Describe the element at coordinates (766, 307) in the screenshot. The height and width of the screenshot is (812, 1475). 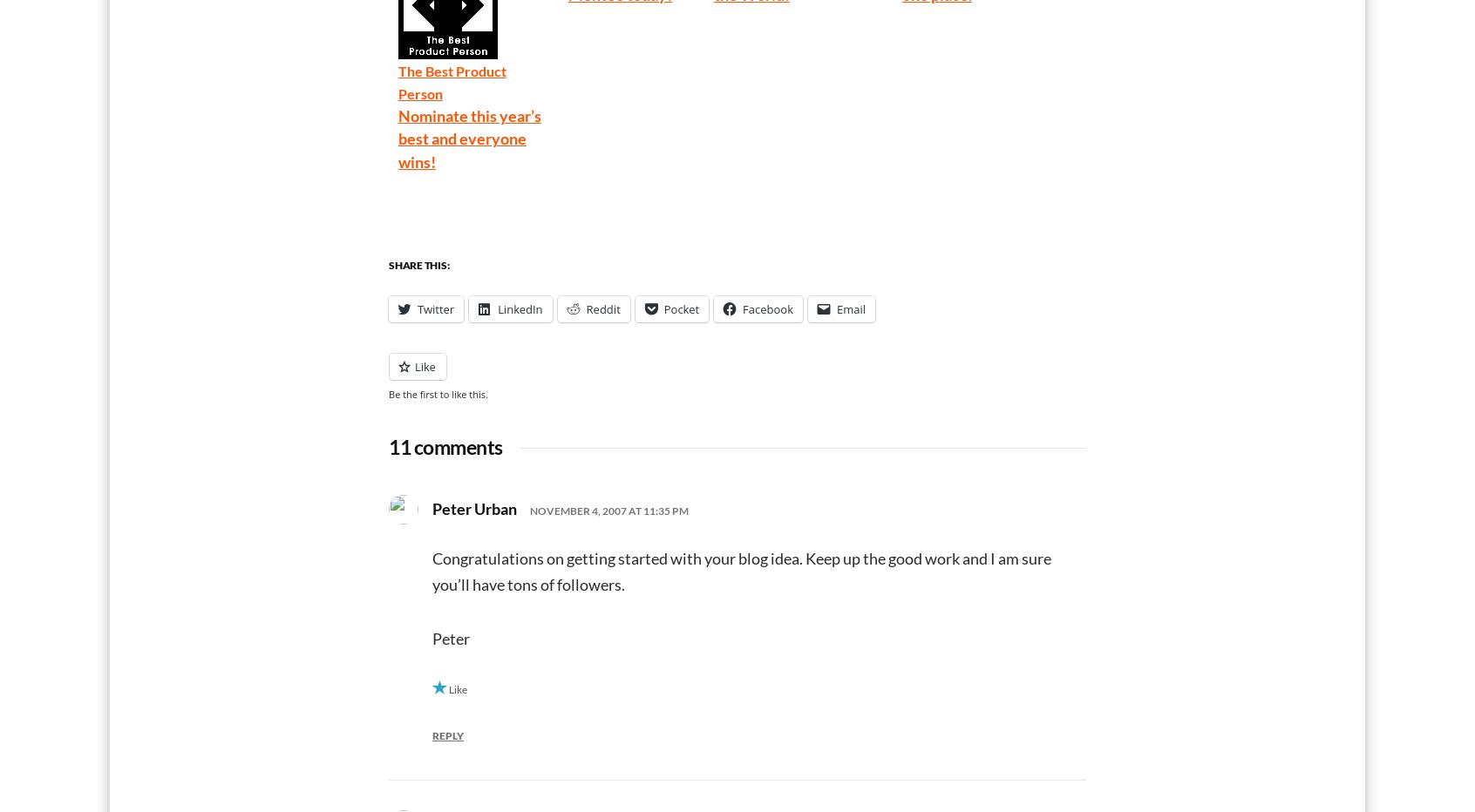
I see `'Facebook'` at that location.